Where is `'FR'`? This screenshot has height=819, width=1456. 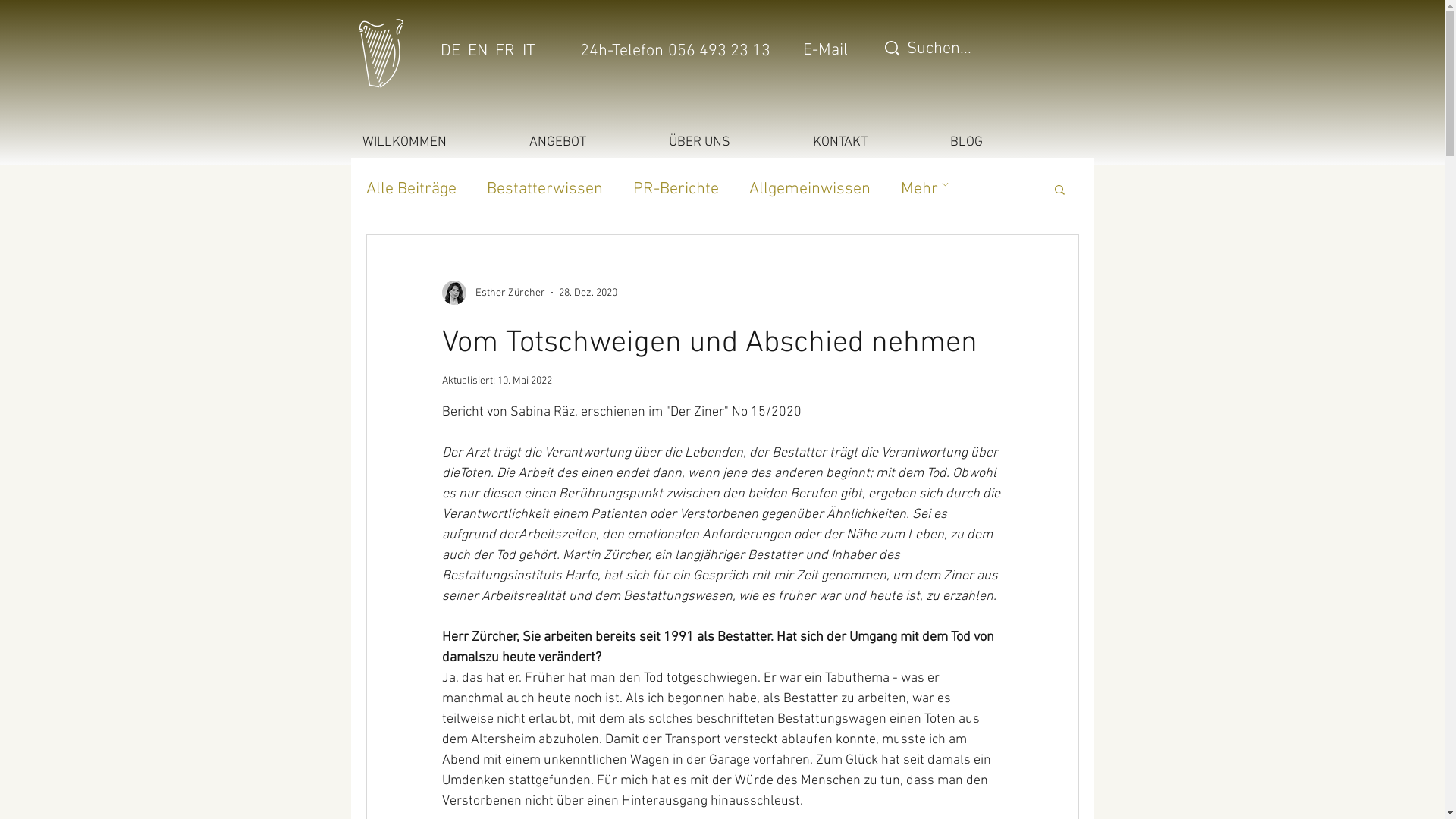
'FR' is located at coordinates (504, 50).